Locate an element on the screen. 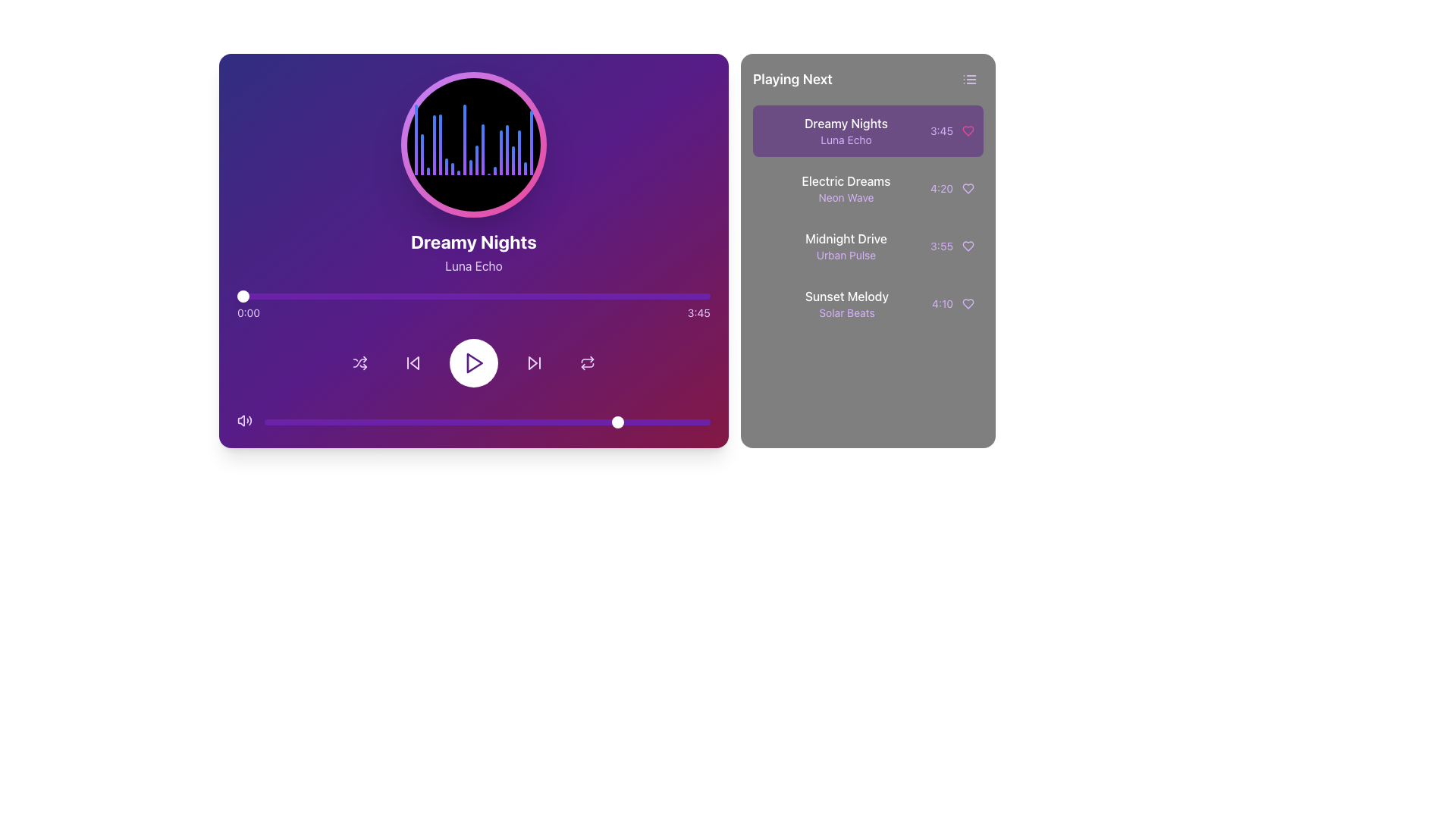 This screenshot has height=819, width=1456. the subtitle label directly beneath the 'Electric Dreams' entry in the 'Playing Next' list, located in the right section of the interface is located at coordinates (846, 197).